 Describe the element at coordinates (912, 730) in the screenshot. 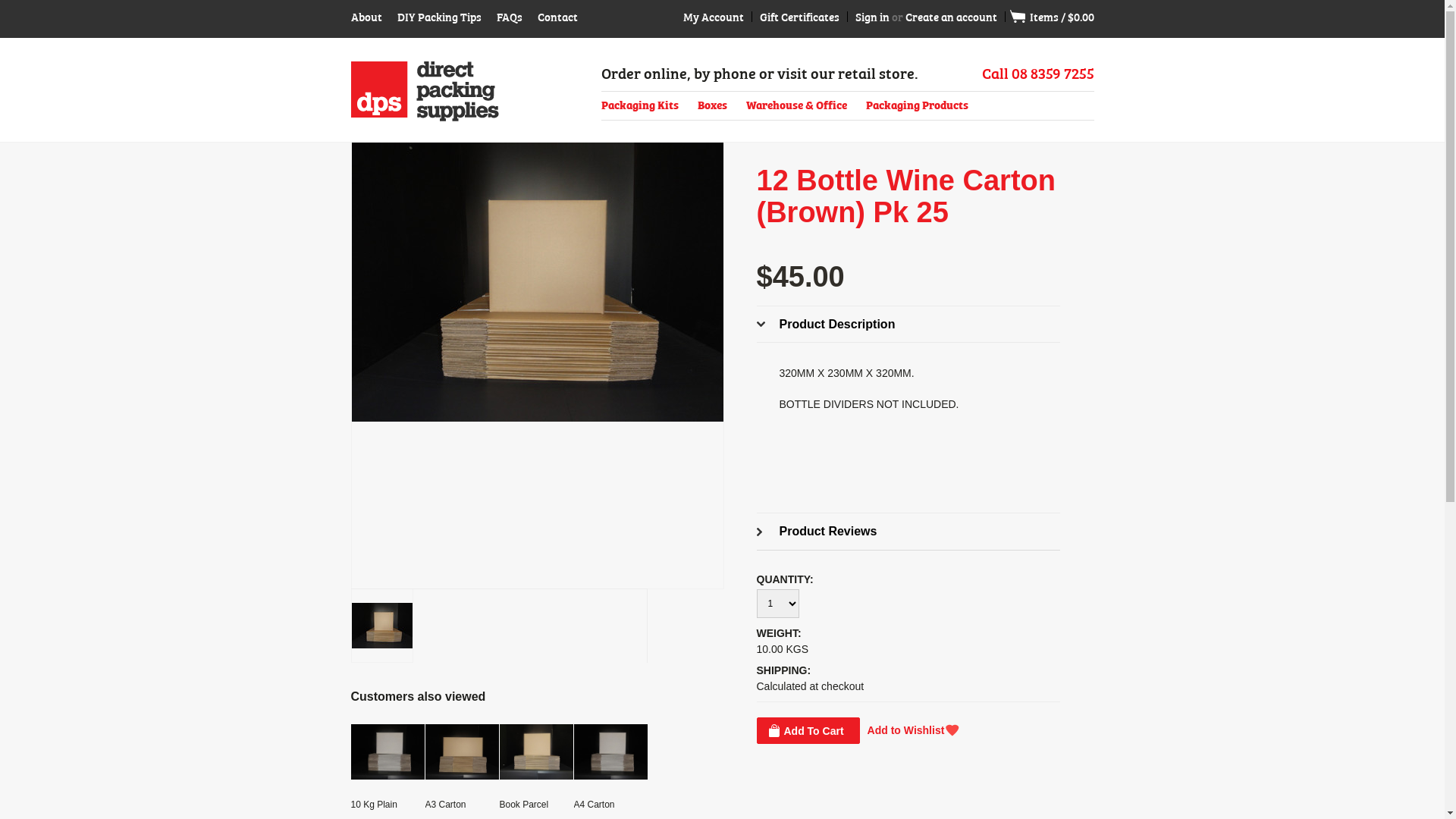

I see `'Add to Wishlist'` at that location.